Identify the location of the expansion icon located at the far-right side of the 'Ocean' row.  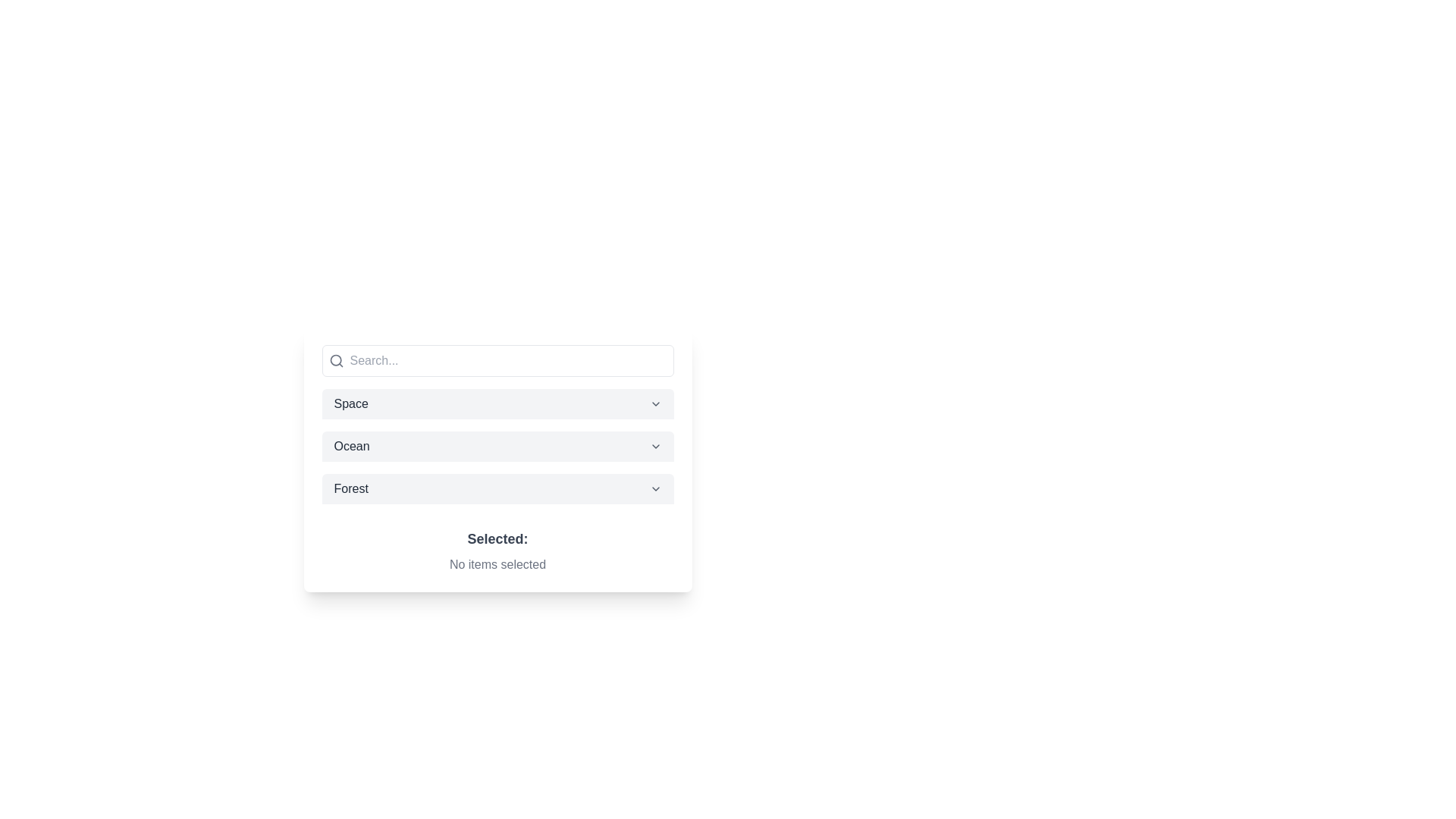
(655, 446).